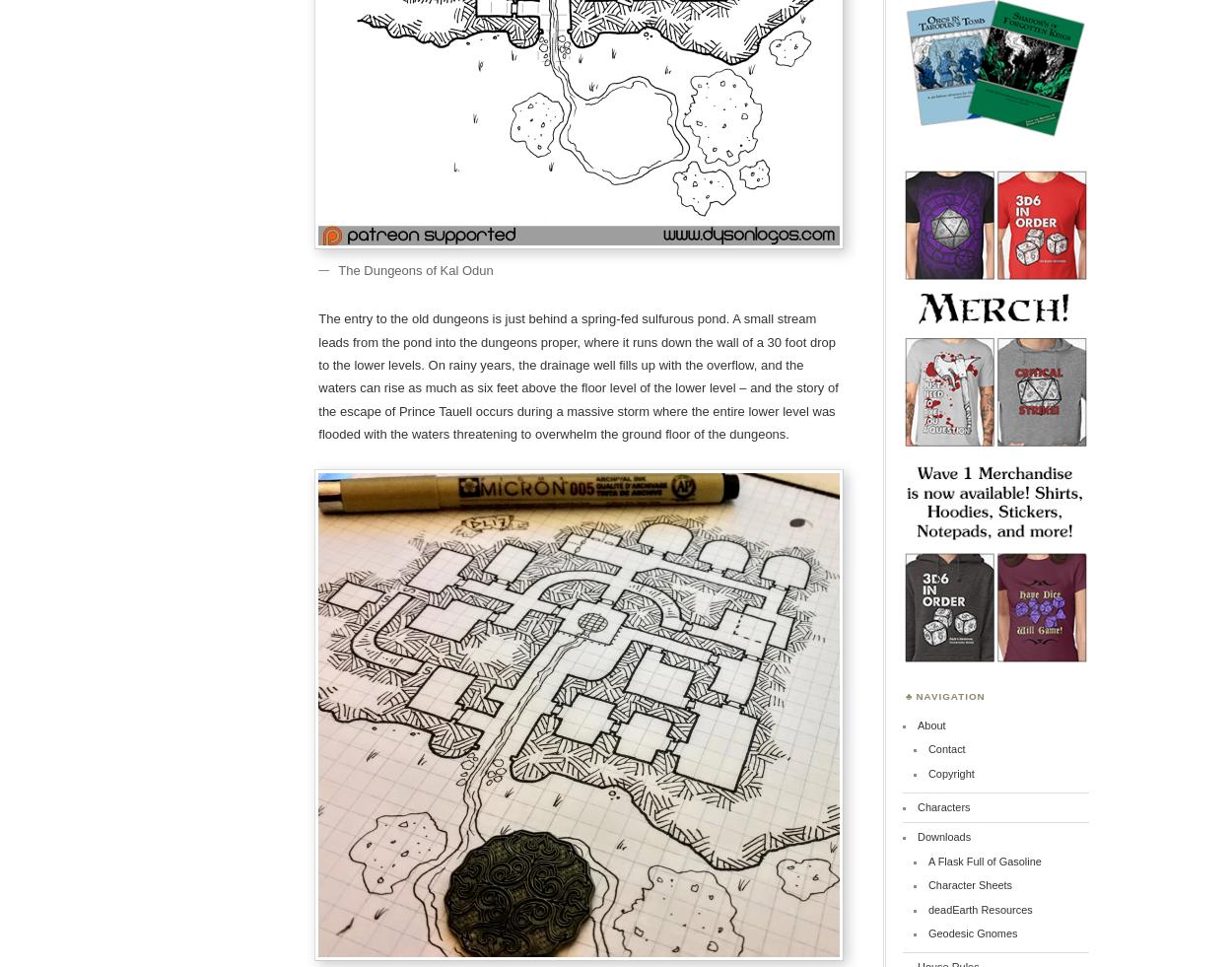 This screenshot has width=1232, height=967. I want to click on 'Copyright', so click(949, 773).